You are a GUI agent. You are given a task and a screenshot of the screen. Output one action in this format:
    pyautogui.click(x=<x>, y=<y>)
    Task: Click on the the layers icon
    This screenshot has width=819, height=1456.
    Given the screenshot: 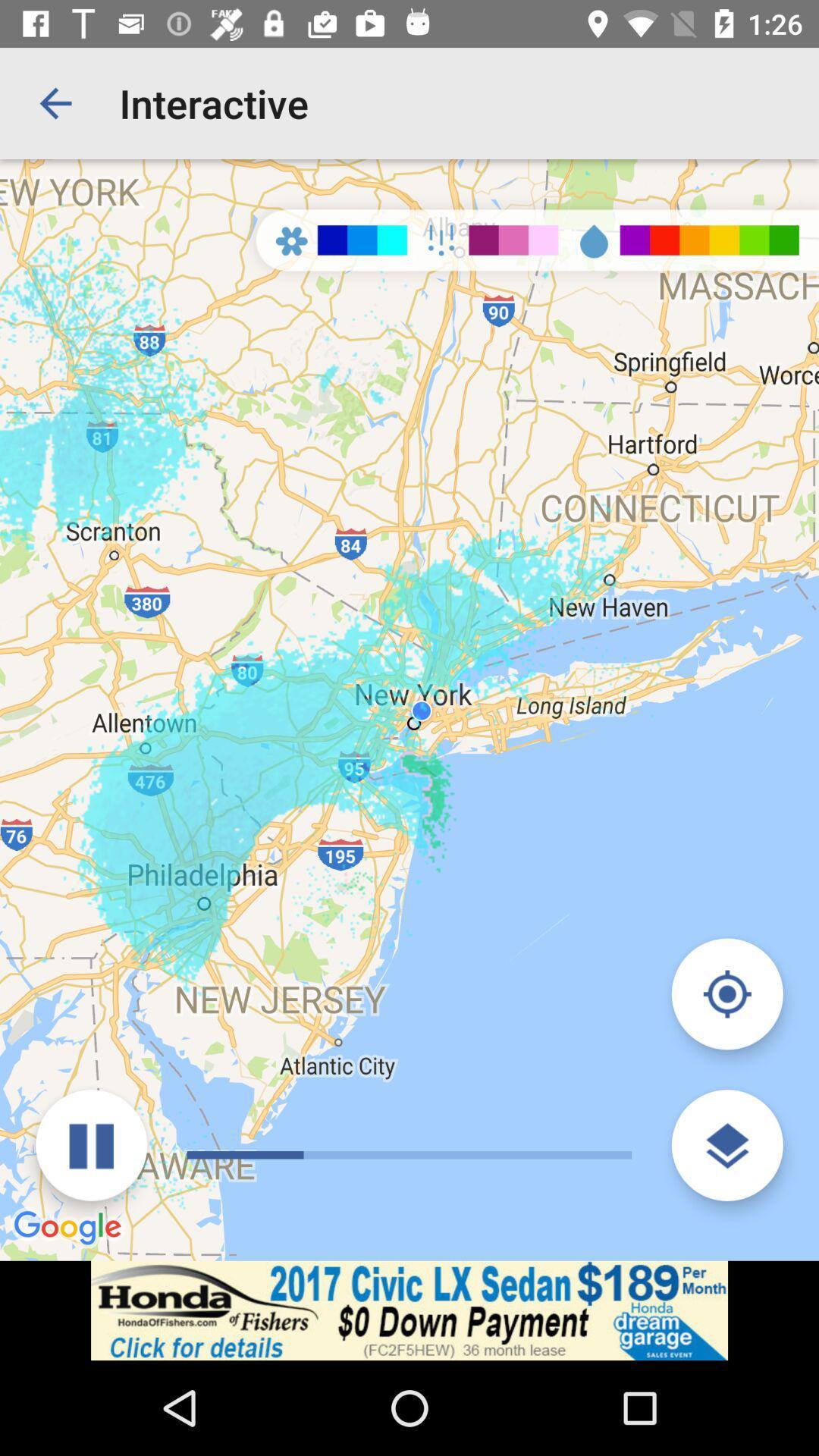 What is the action you would take?
    pyautogui.click(x=726, y=1145)
    